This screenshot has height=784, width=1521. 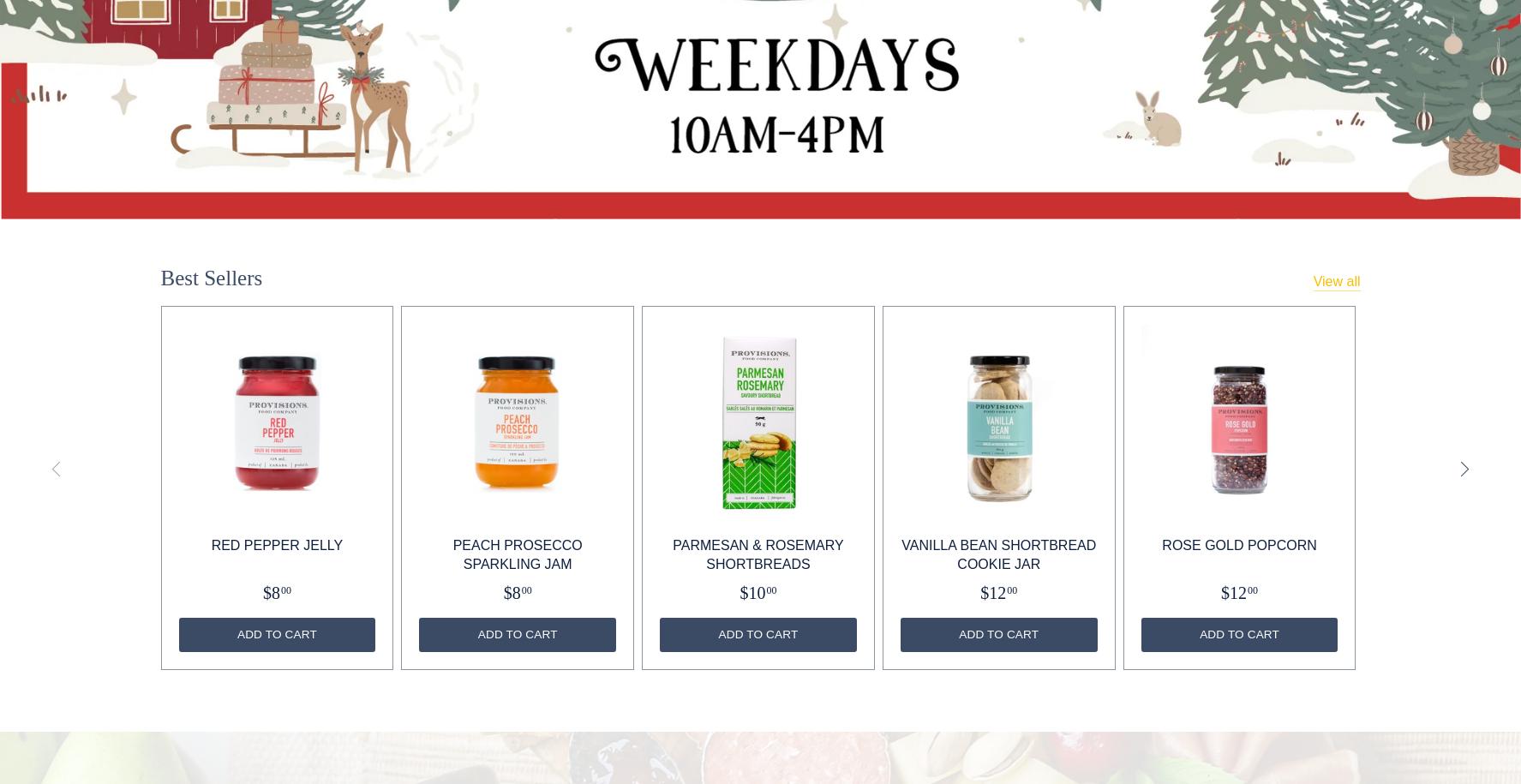 What do you see at coordinates (276, 544) in the screenshot?
I see `'RED PEPPER JELLY'` at bounding box center [276, 544].